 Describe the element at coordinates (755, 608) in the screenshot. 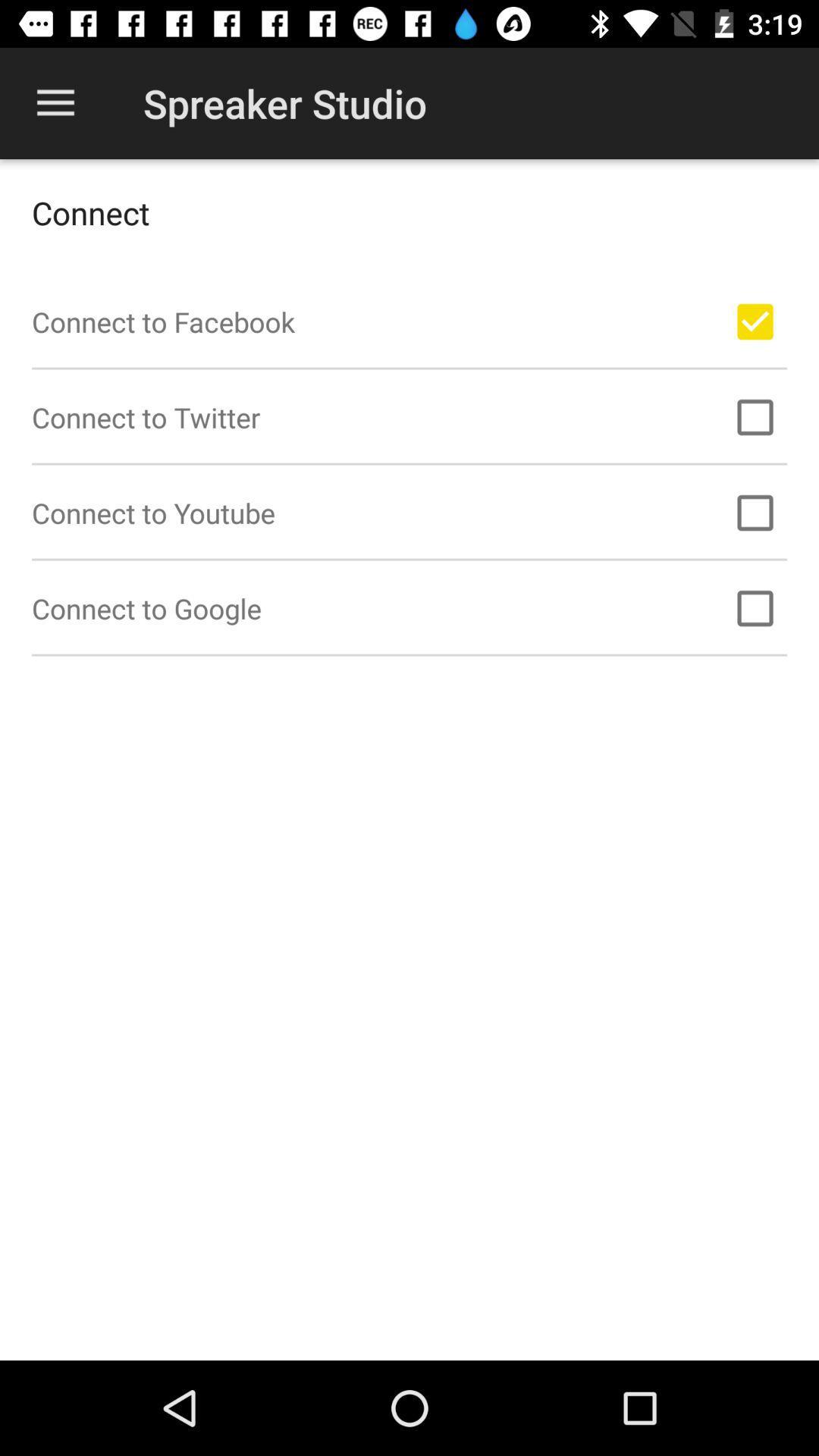

I see `connect google account` at that location.